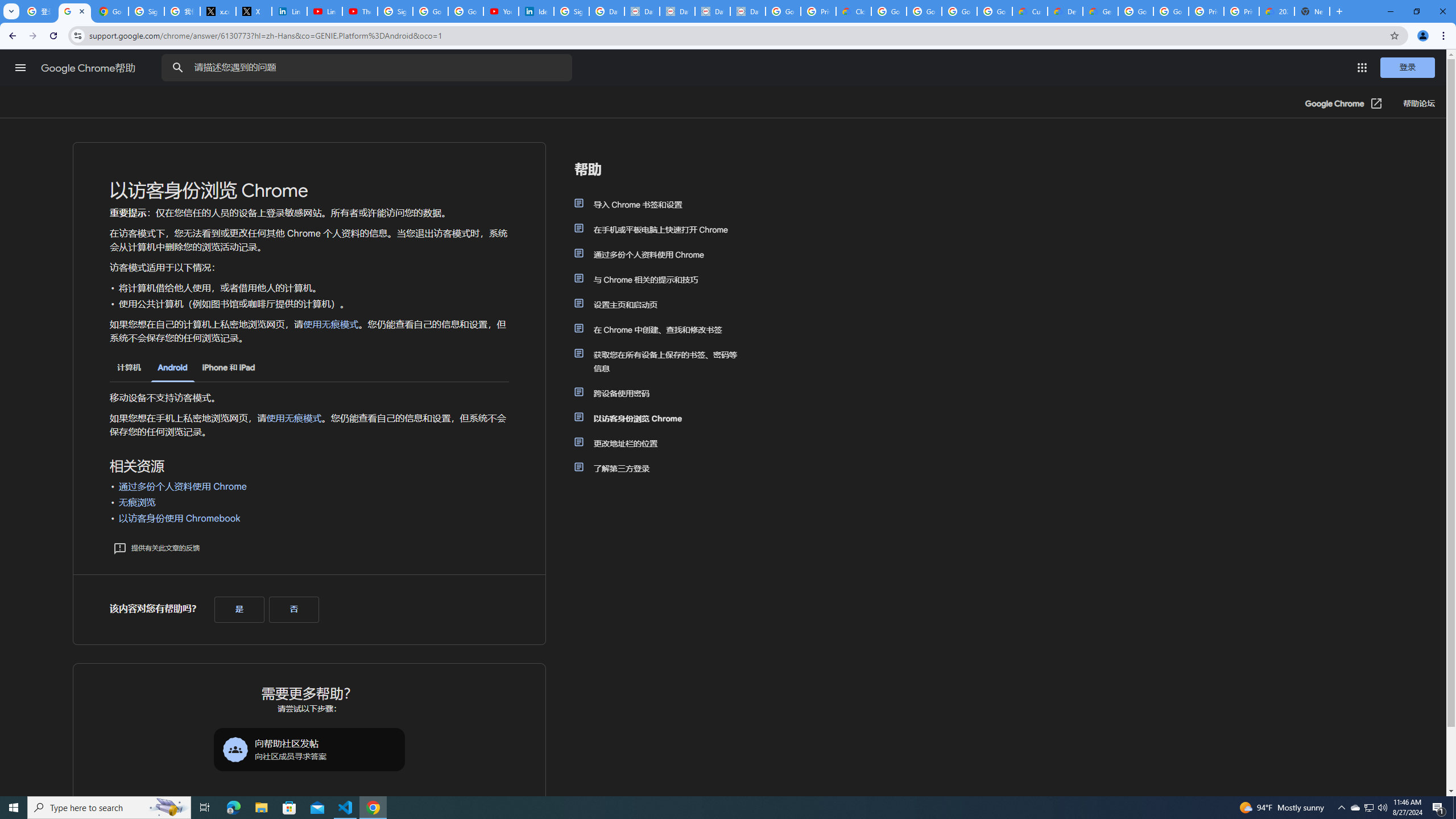 This screenshot has width=1456, height=819. I want to click on 'Data Privacy Framework', so click(712, 11).